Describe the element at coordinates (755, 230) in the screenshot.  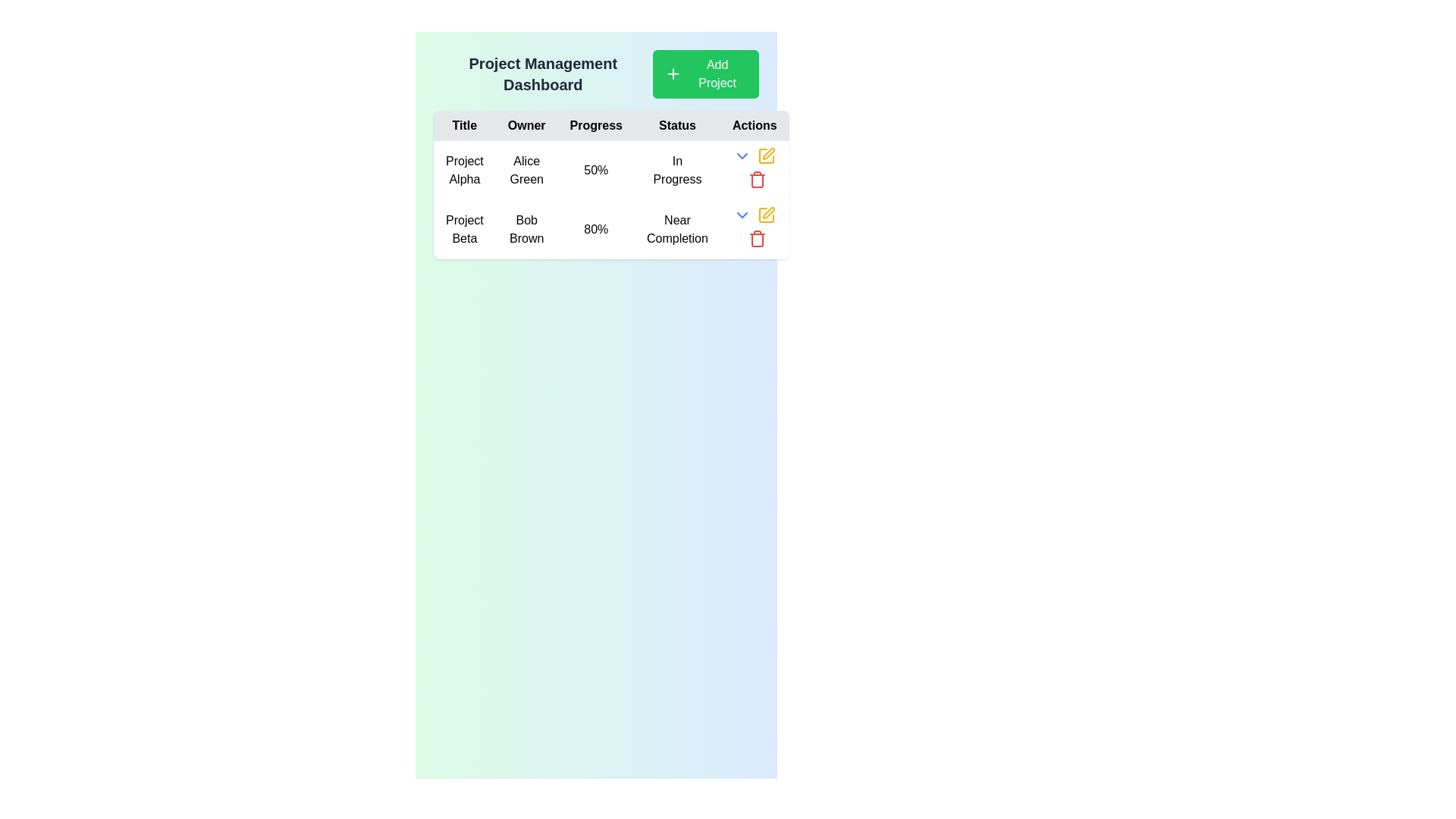
I see `the red trash can icon in the 'Actions' column of the second row for 'Project Beta'` at that location.